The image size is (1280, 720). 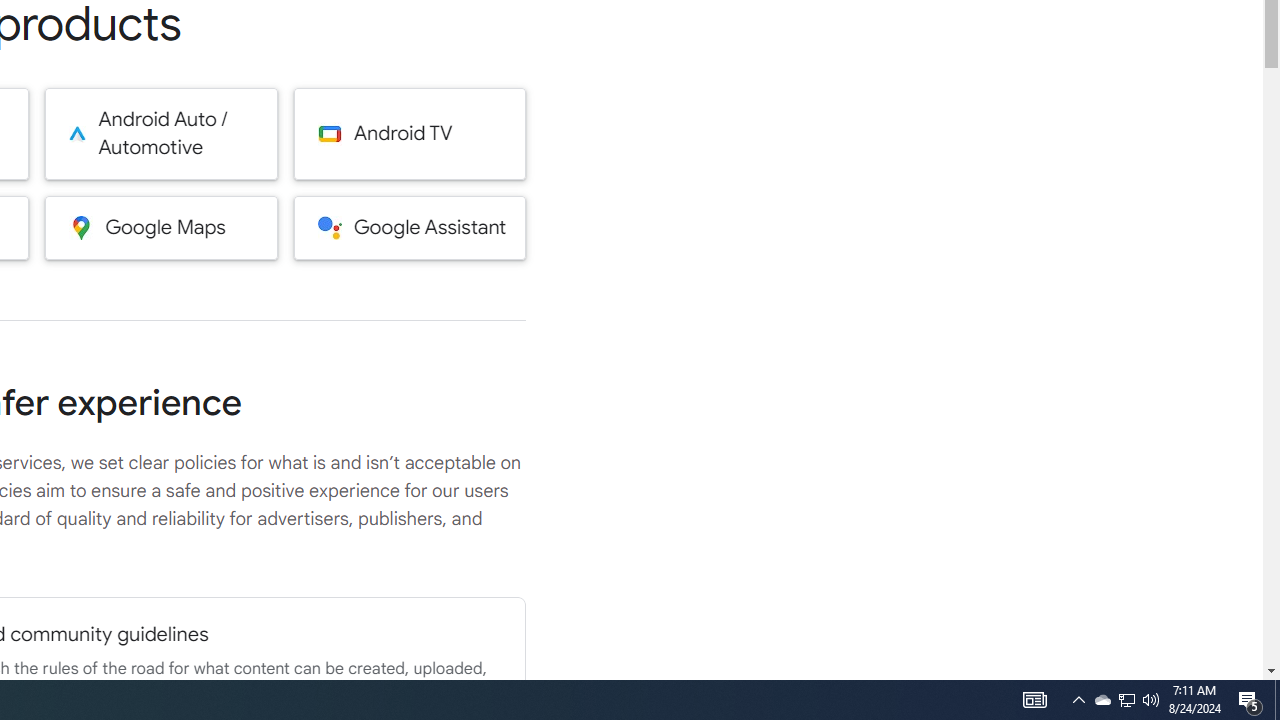 I want to click on 'Android Auto / Automotive', so click(x=161, y=133).